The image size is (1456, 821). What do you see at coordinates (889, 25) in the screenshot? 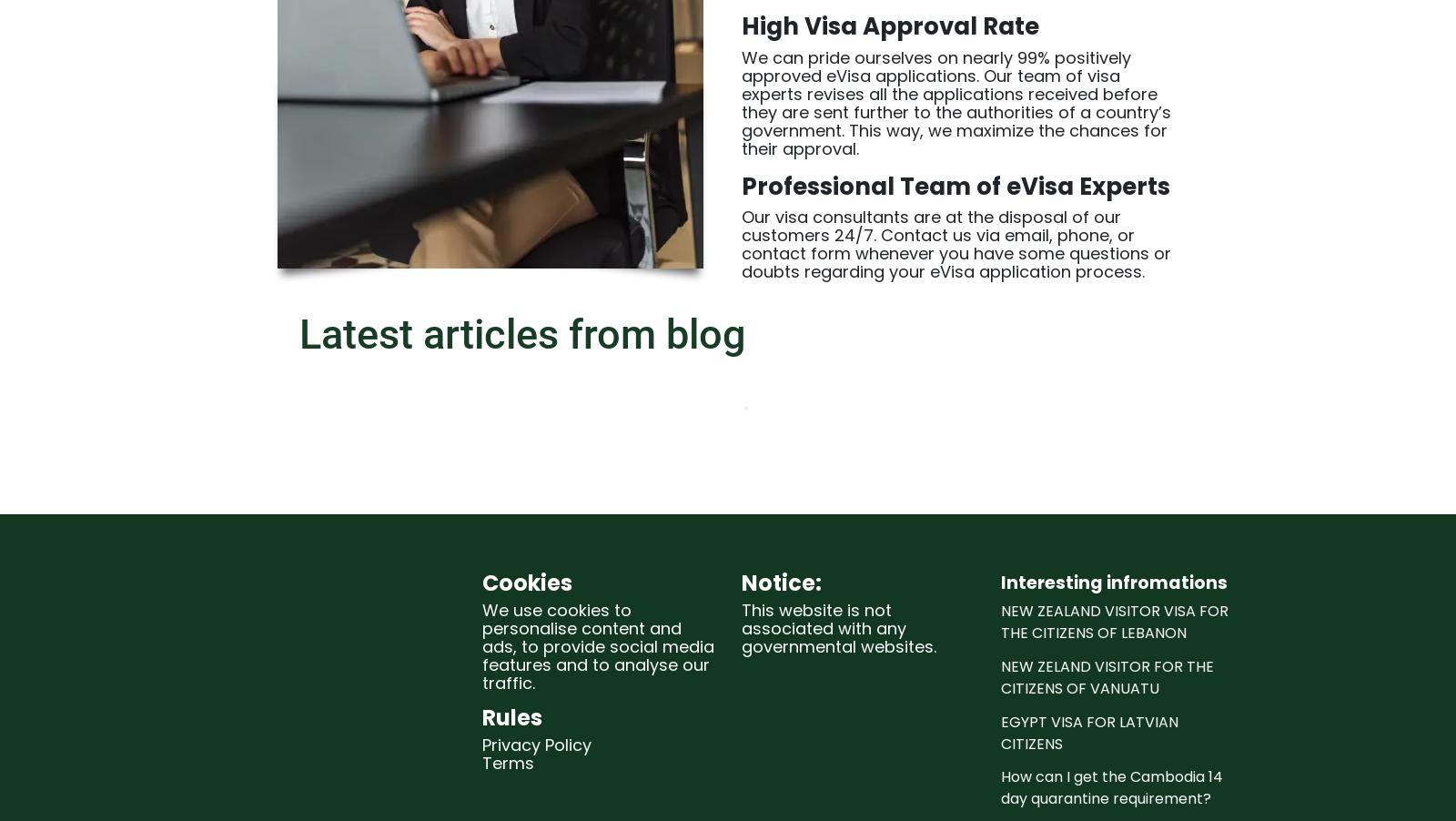
I see `'High Visa Approval Rate'` at bounding box center [889, 25].